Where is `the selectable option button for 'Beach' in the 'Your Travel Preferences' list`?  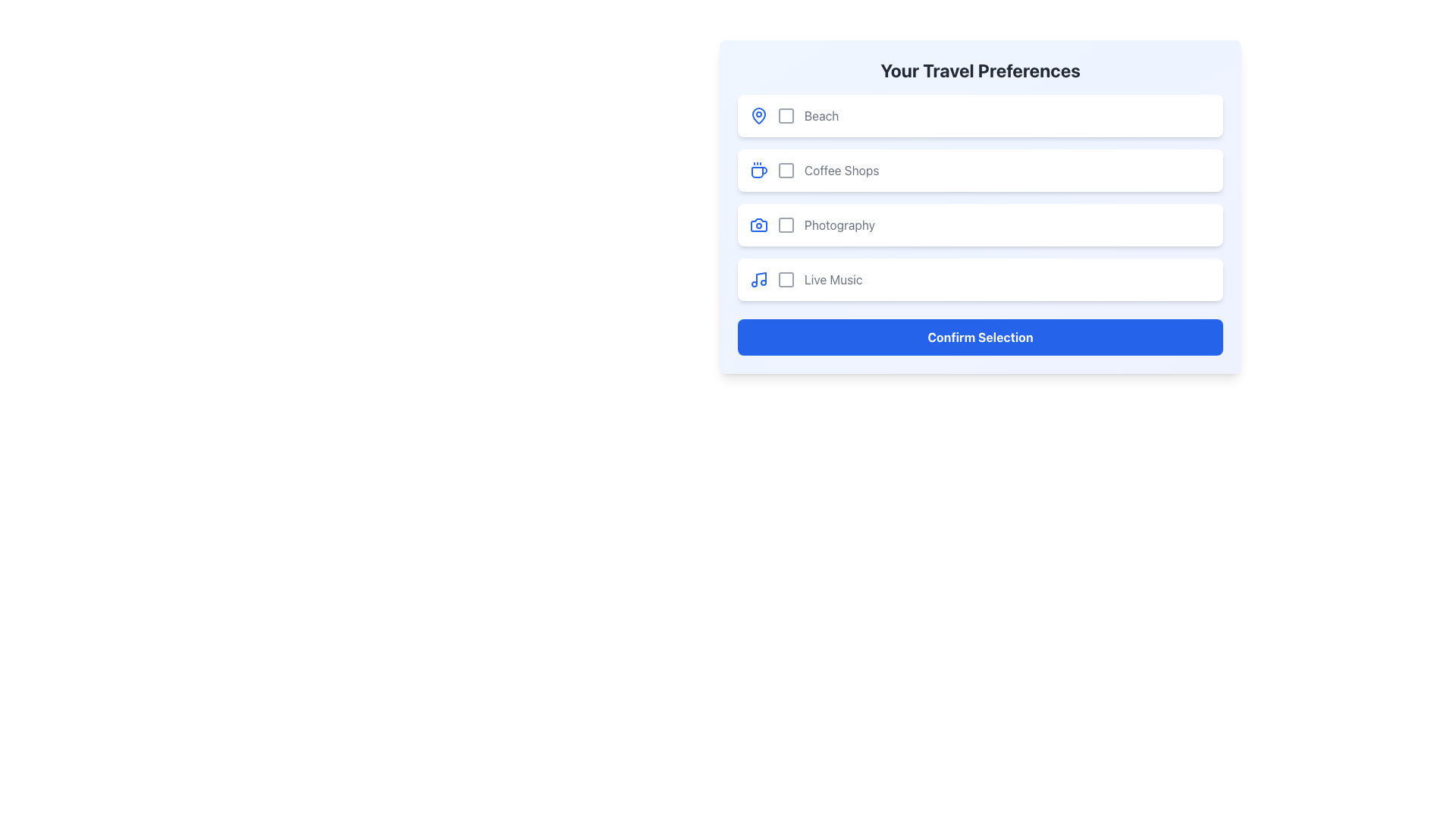 the selectable option button for 'Beach' in the 'Your Travel Preferences' list is located at coordinates (980, 115).